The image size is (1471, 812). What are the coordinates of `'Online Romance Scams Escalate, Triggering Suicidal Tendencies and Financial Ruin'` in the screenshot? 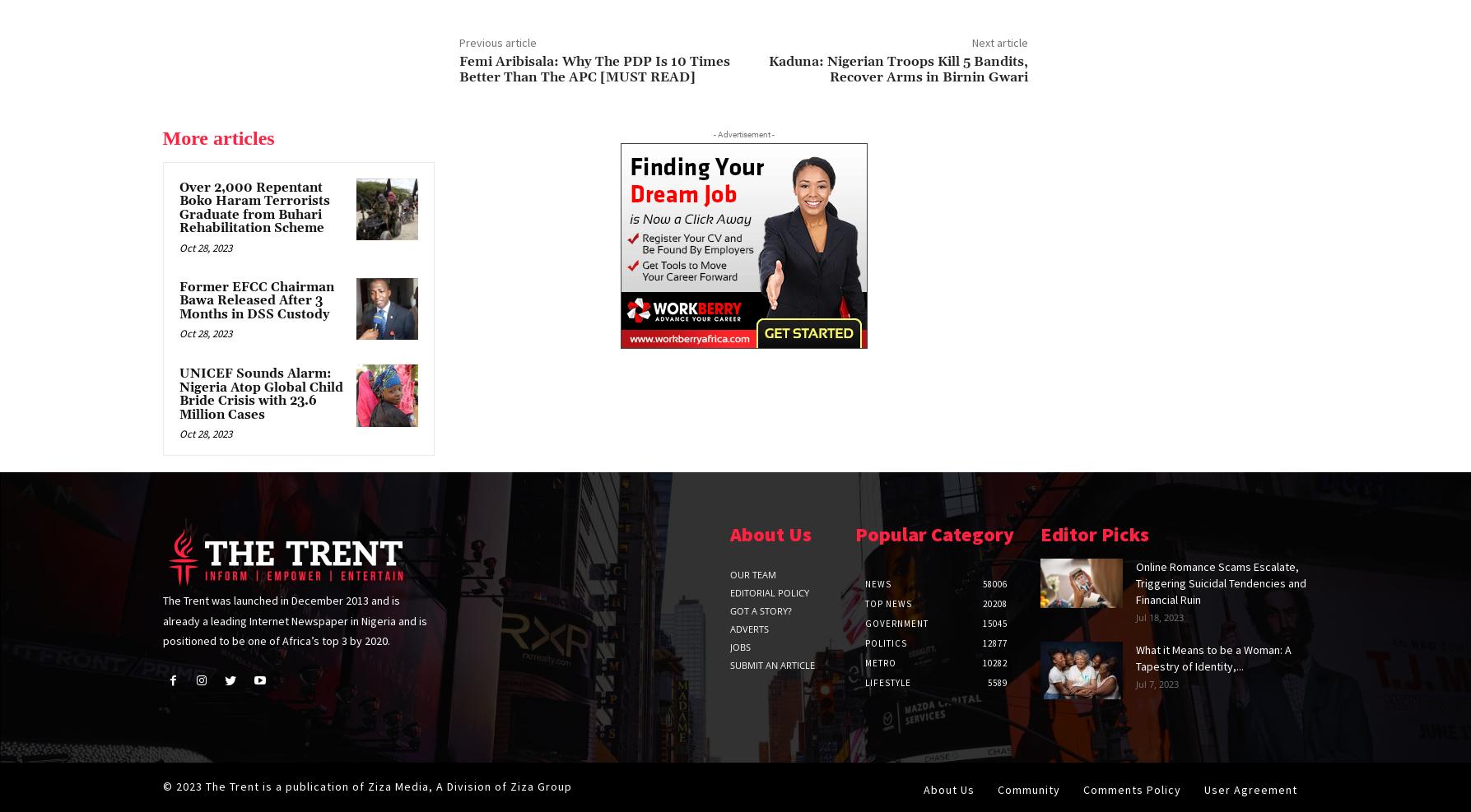 It's located at (1221, 582).